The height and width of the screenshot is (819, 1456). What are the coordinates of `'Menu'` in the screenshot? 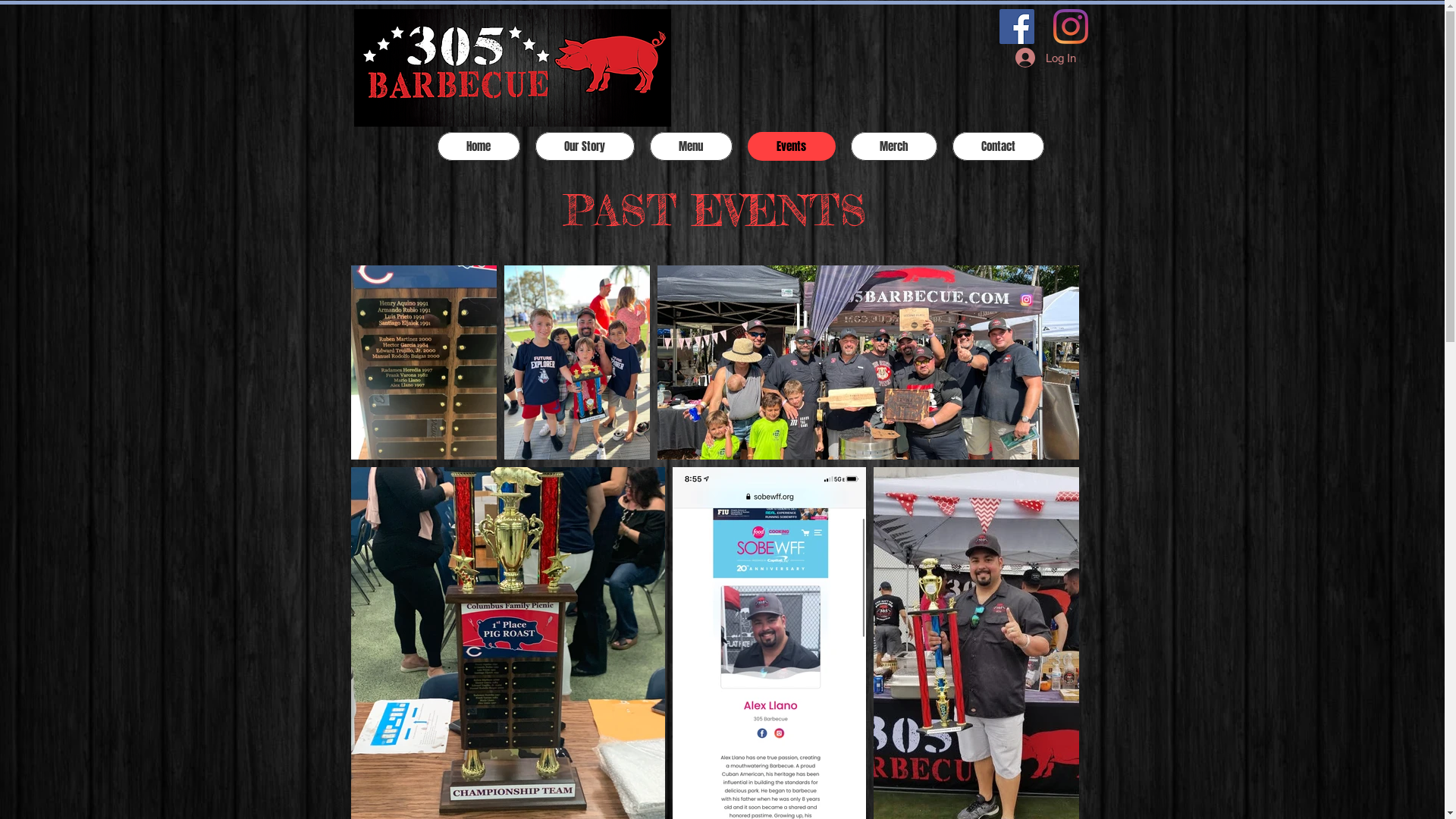 It's located at (689, 146).